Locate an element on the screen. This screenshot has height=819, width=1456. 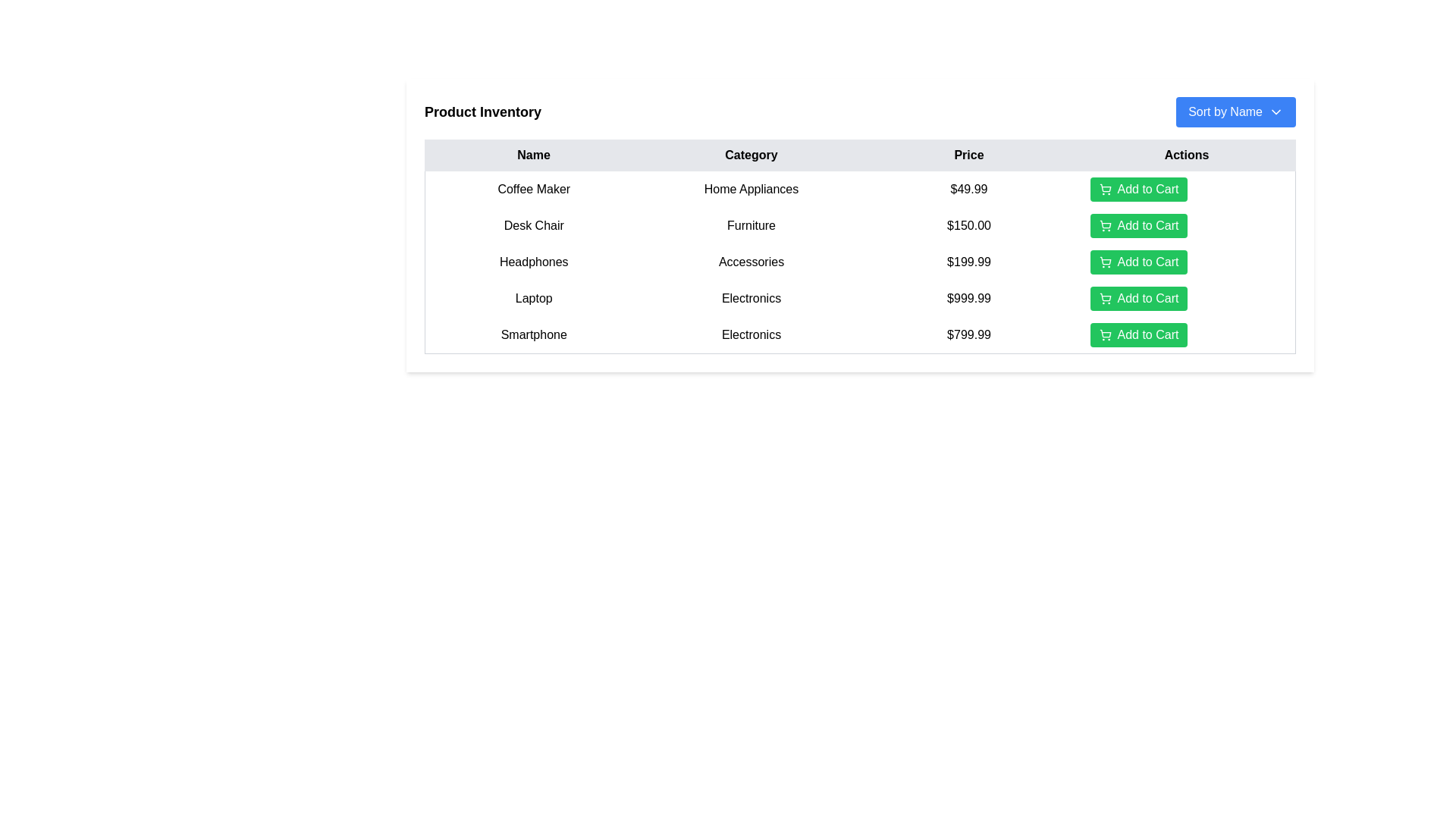
the text label displaying 'Accessories' located in the third row of the tabular layout, between 'Headphones' and '$199.99' is located at coordinates (751, 262).